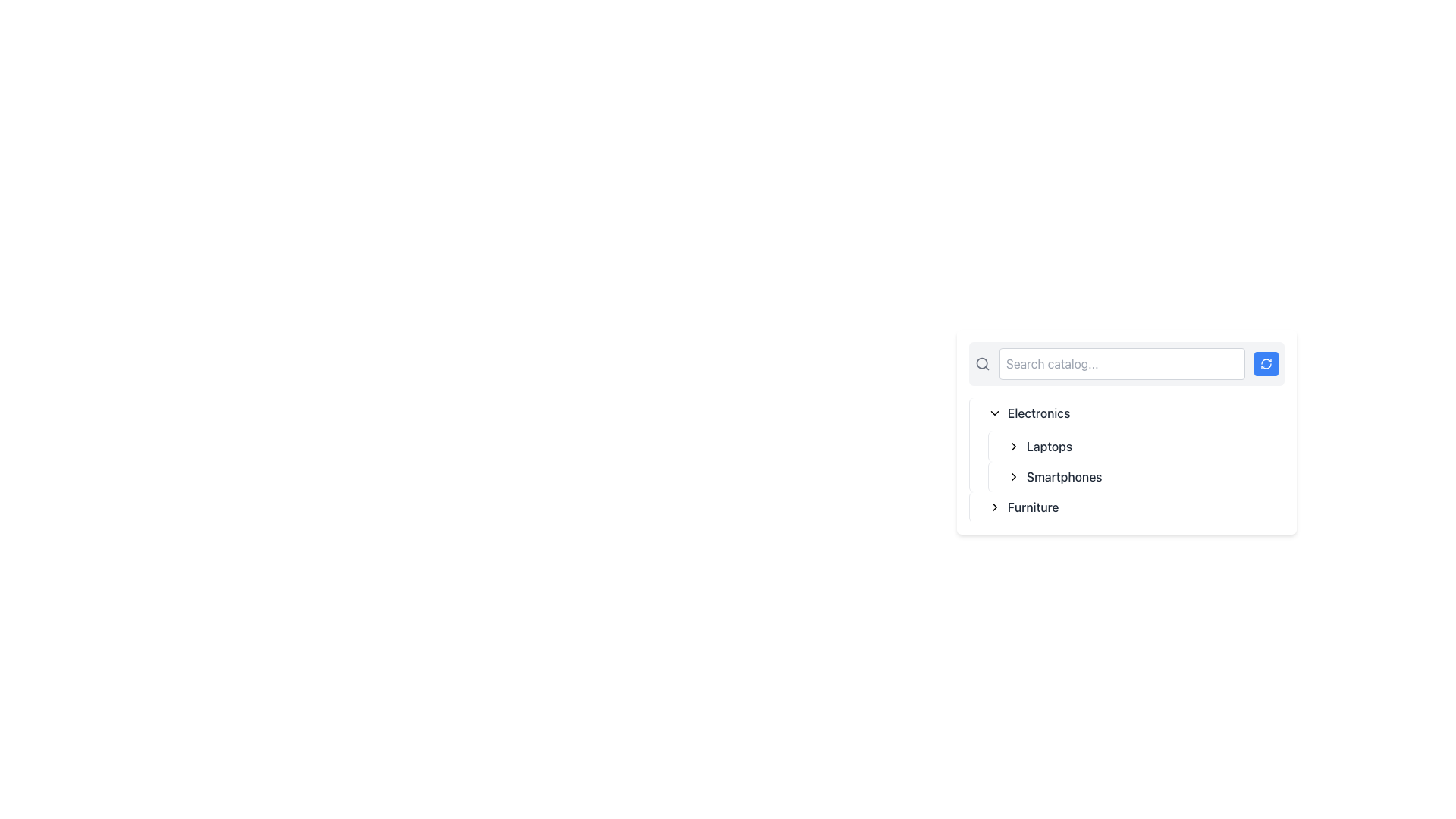  What do you see at coordinates (1014, 446) in the screenshot?
I see `the right-facing chevron icon next to the 'Laptops' list item` at bounding box center [1014, 446].